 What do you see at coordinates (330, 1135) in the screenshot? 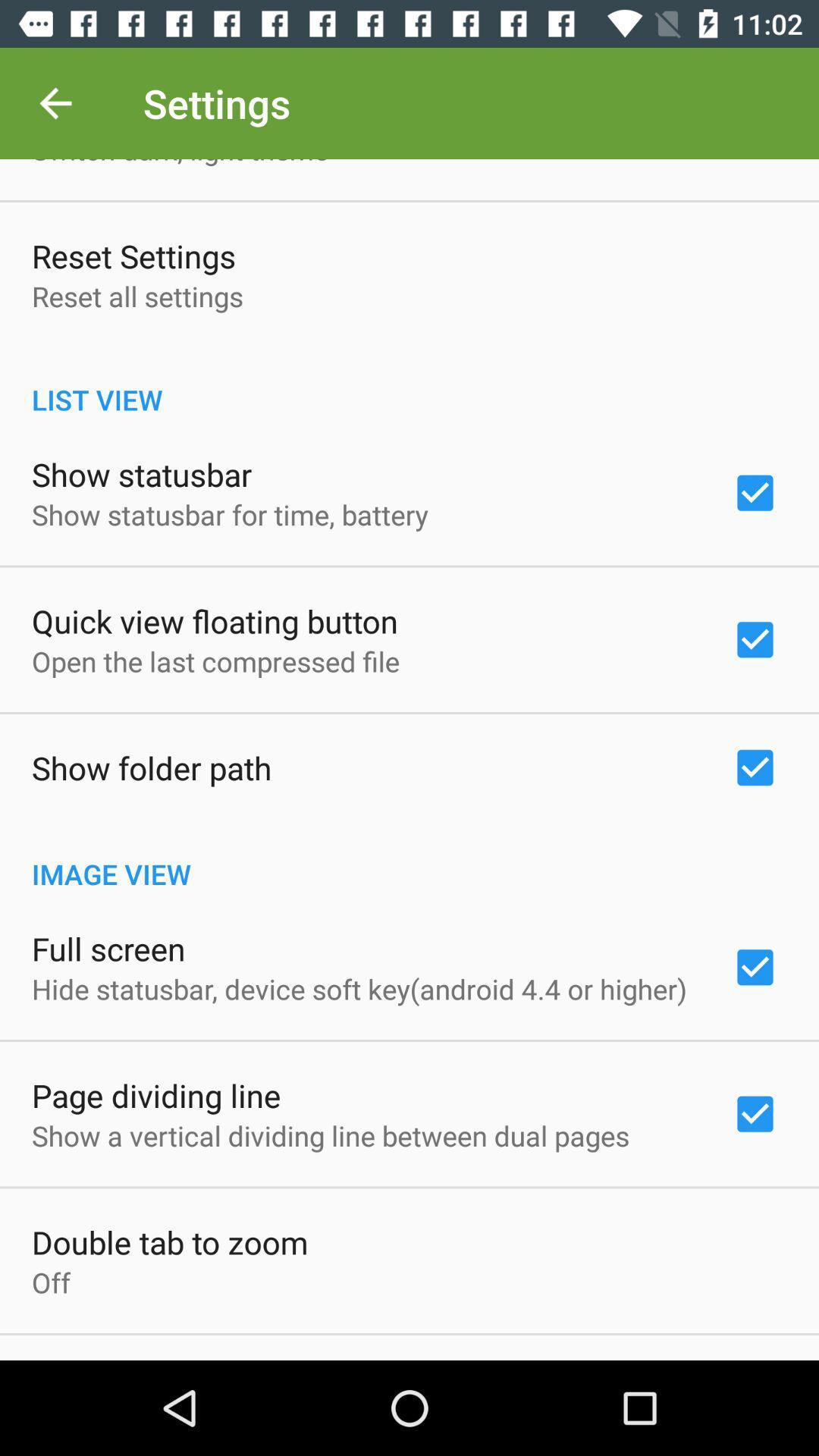
I see `show a vertical item` at bounding box center [330, 1135].